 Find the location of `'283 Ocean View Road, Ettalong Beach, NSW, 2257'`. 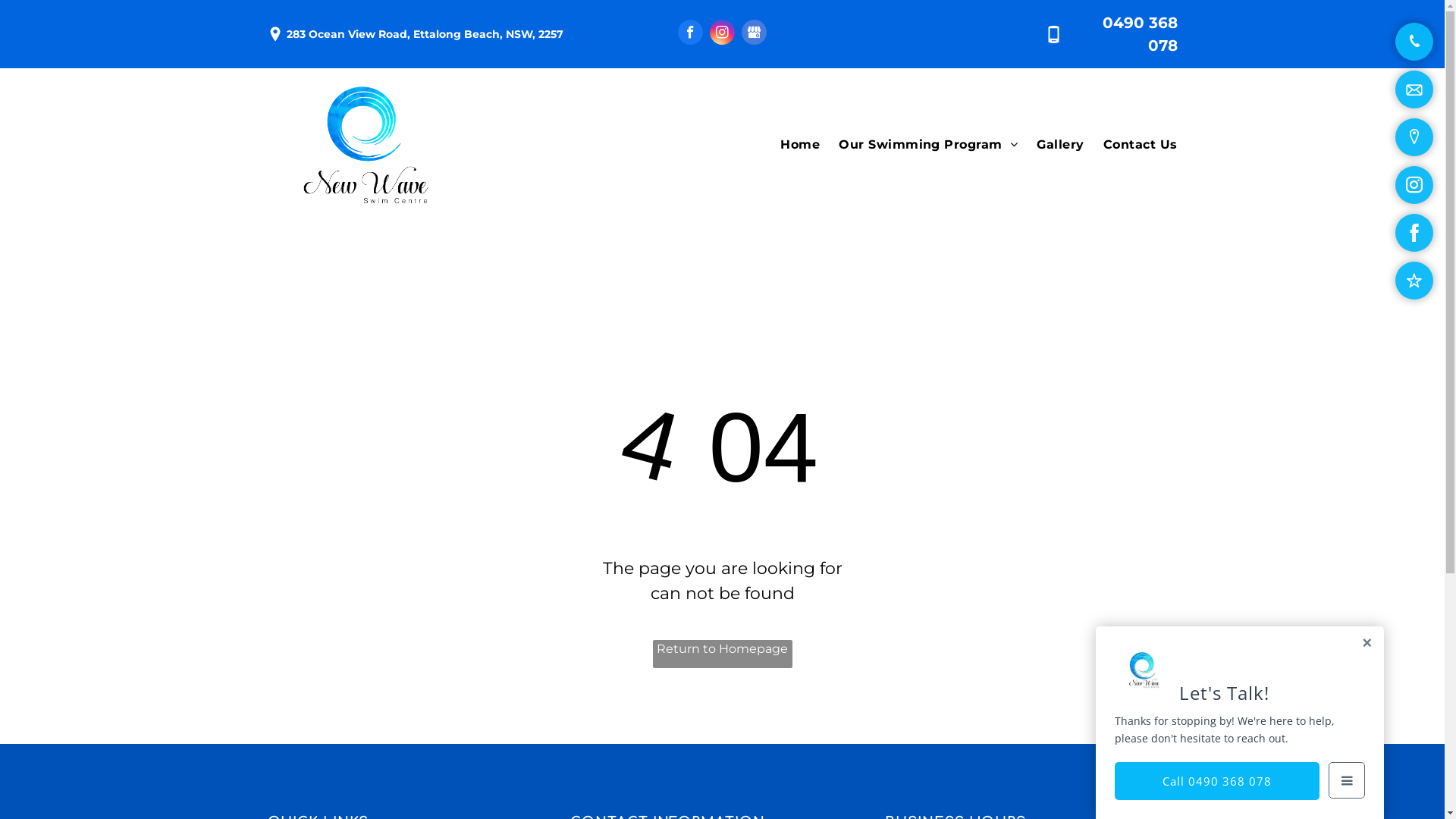

'283 Ocean View Road, Ettalong Beach, NSW, 2257' is located at coordinates (425, 34).